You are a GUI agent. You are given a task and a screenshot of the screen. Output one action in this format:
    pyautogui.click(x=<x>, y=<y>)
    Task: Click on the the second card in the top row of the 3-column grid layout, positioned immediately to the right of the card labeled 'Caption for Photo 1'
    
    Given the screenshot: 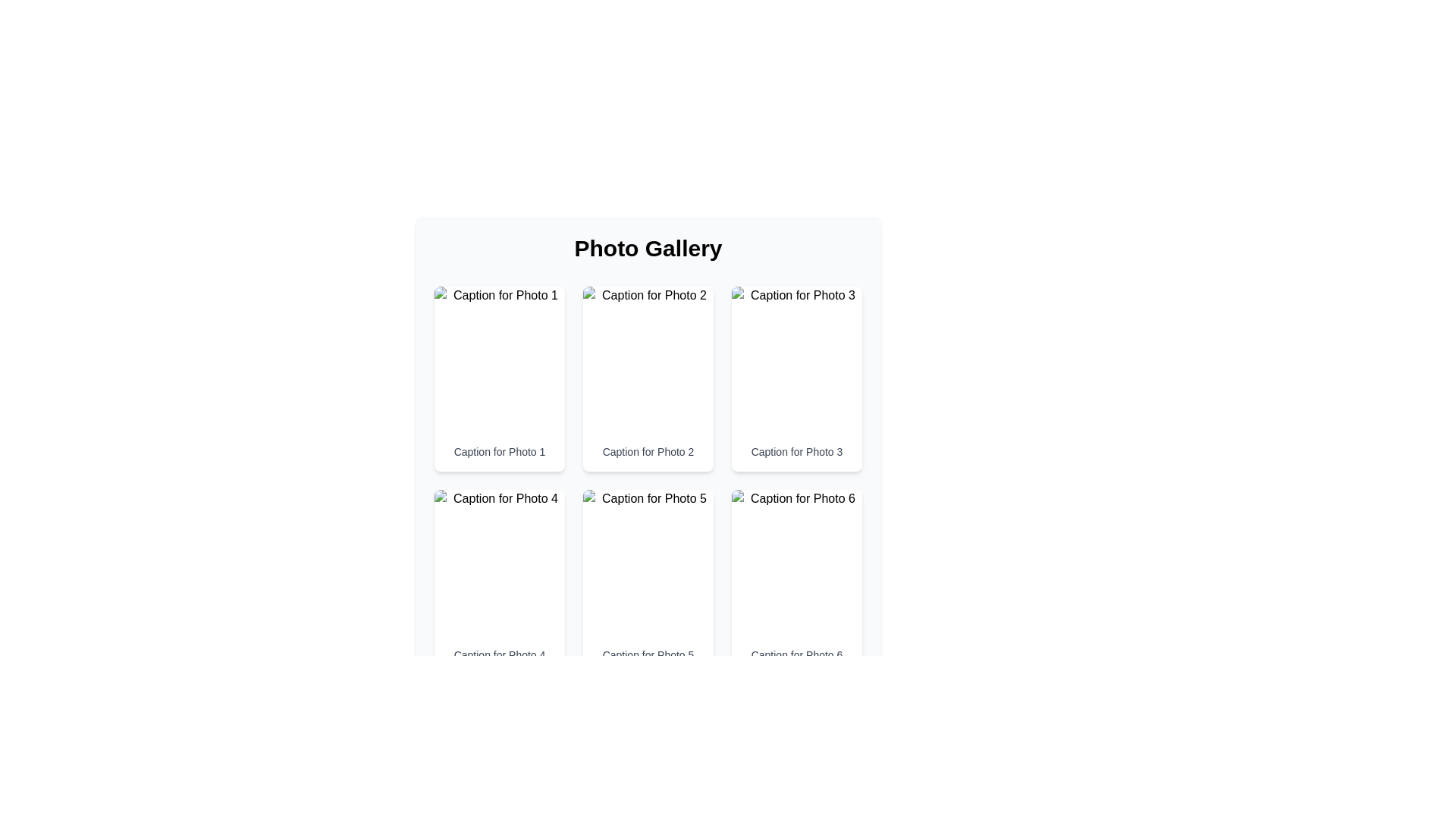 What is the action you would take?
    pyautogui.click(x=648, y=378)
    